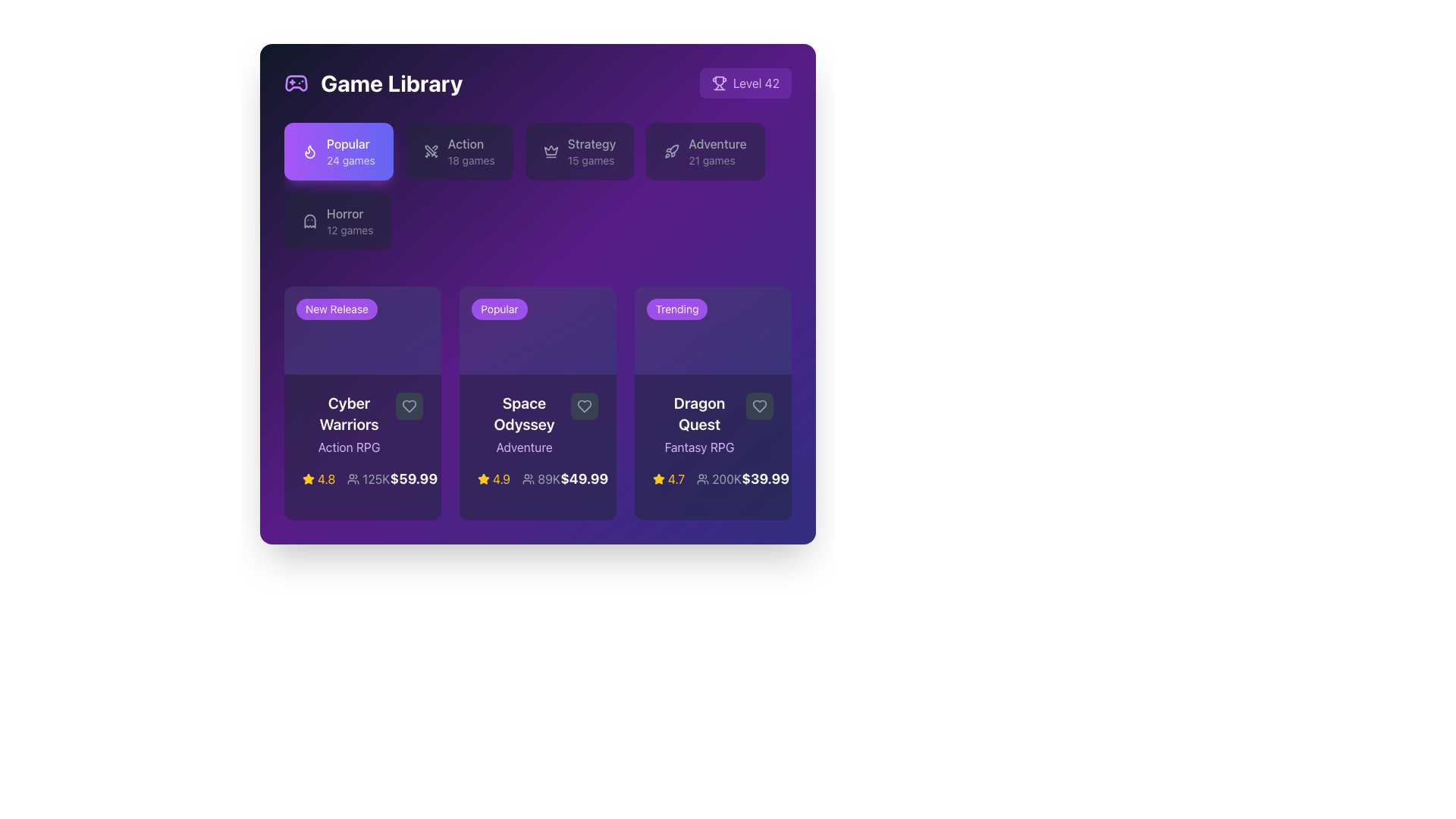  Describe the element at coordinates (524, 425) in the screenshot. I see `text displayed in the Text Display element that identifies the game 'Space Odyssey' and its genre 'Adventure', located in the second card of the 'Popular' section in the Game Library` at that location.